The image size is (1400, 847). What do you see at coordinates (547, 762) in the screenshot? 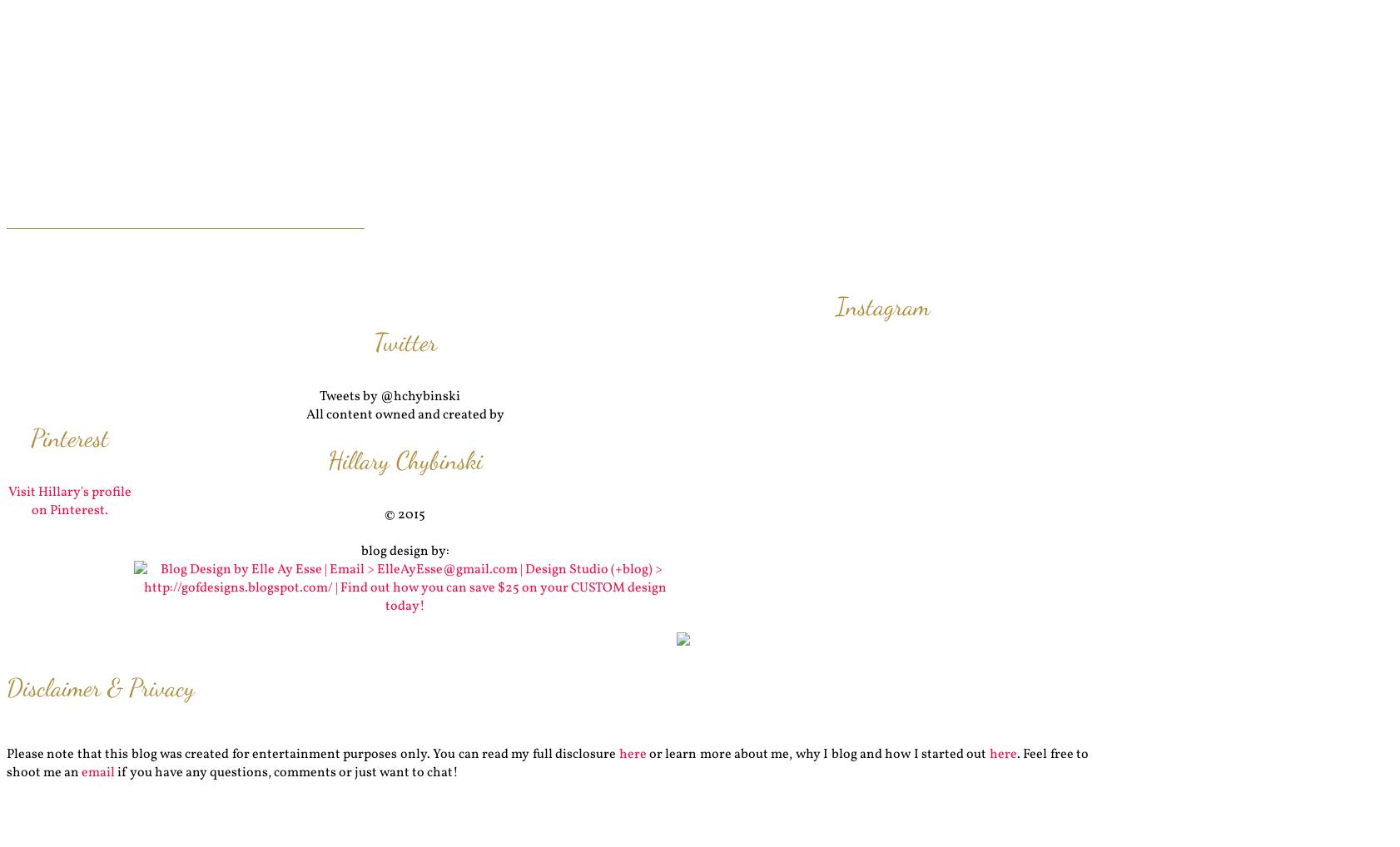
I see `'. Feel free to shoot me an'` at bounding box center [547, 762].